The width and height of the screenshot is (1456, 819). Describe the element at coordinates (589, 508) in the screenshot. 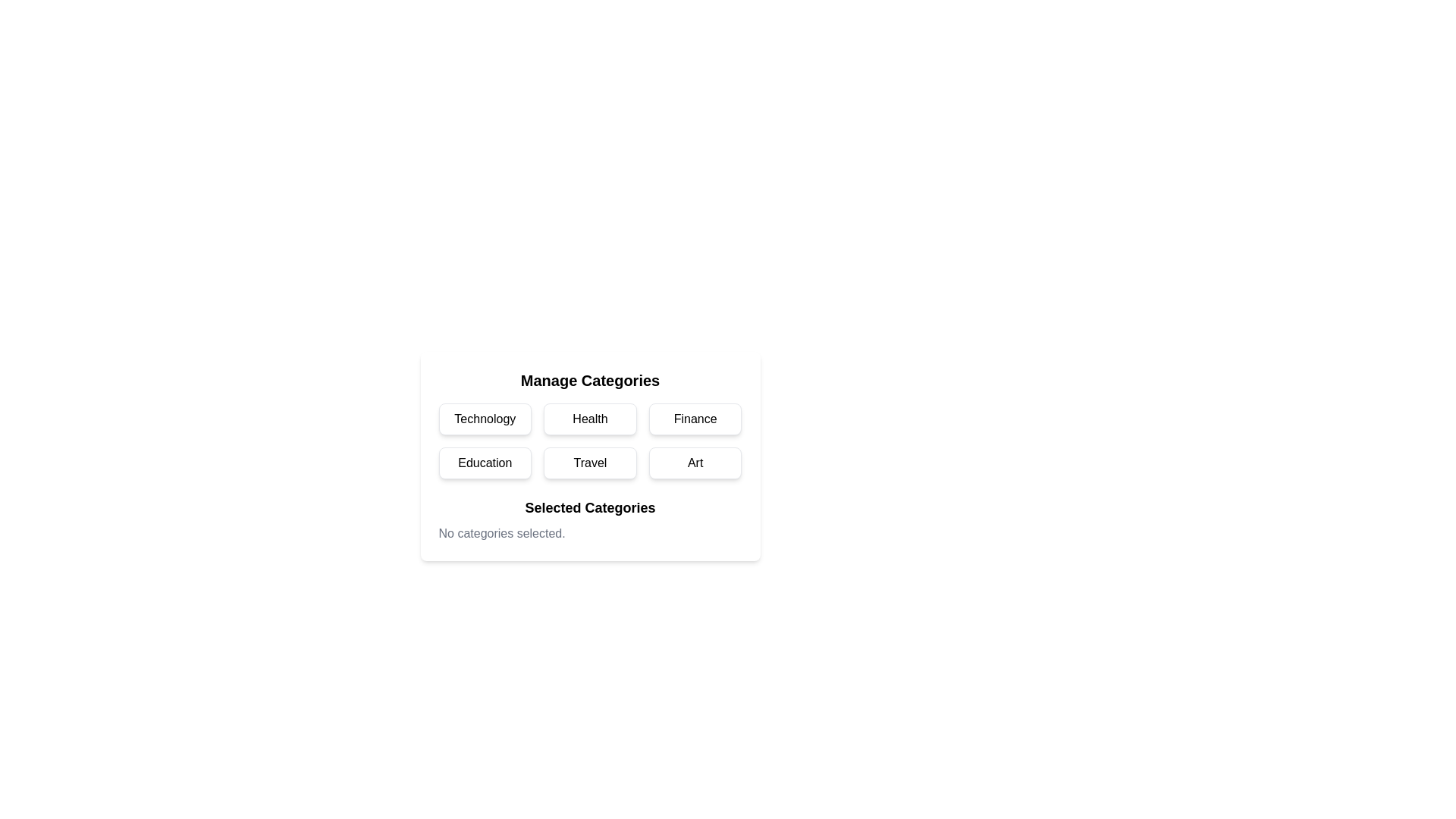

I see `the header Text label that indicates the section for selected categories, which is centrally aligned and positioned above the category buttons` at that location.